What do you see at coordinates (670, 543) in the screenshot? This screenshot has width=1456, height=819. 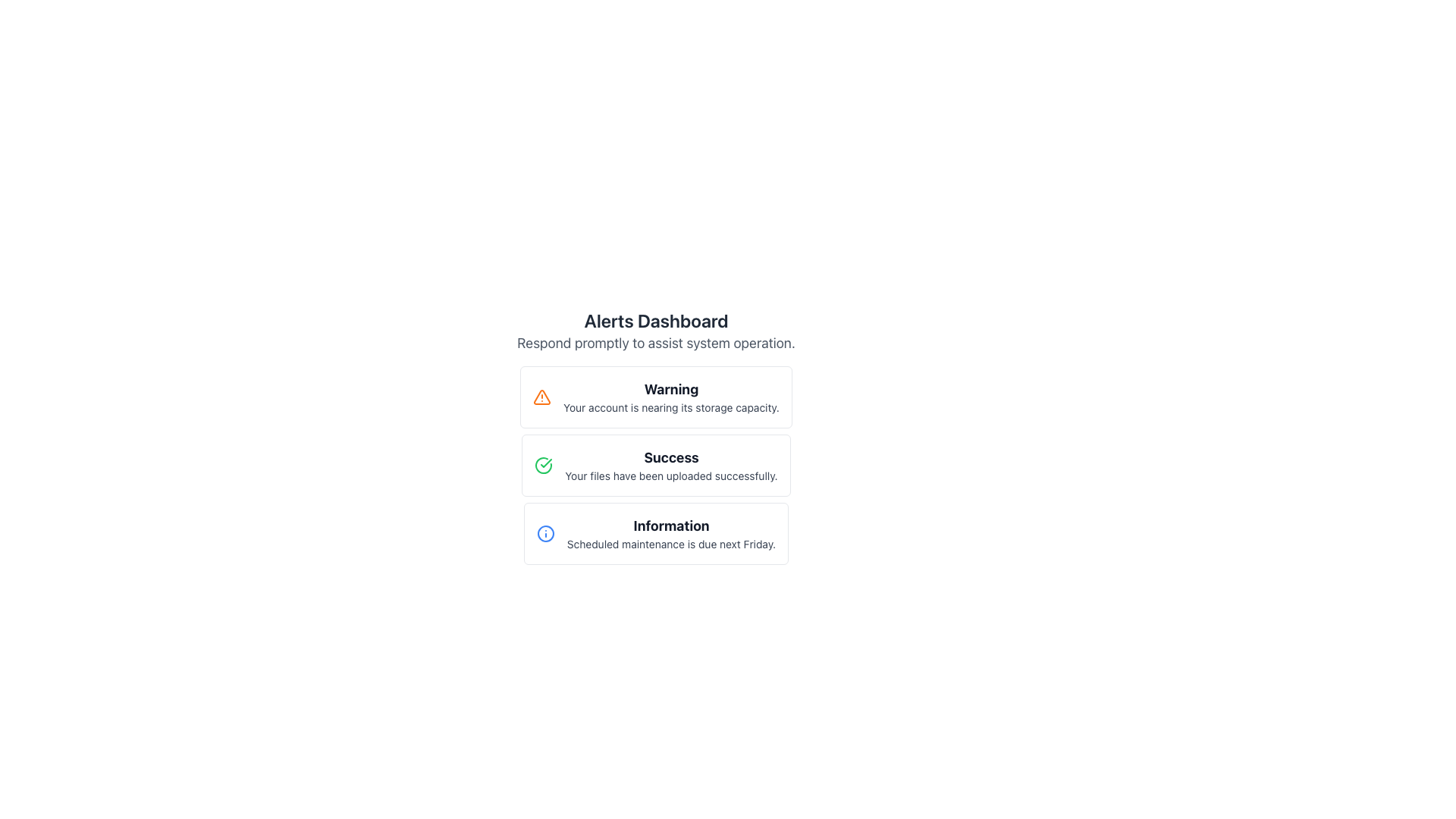 I see `the text statement 'Scheduled maintenance is due next Friday.' located at the bottom of the 'Information' card` at bounding box center [670, 543].